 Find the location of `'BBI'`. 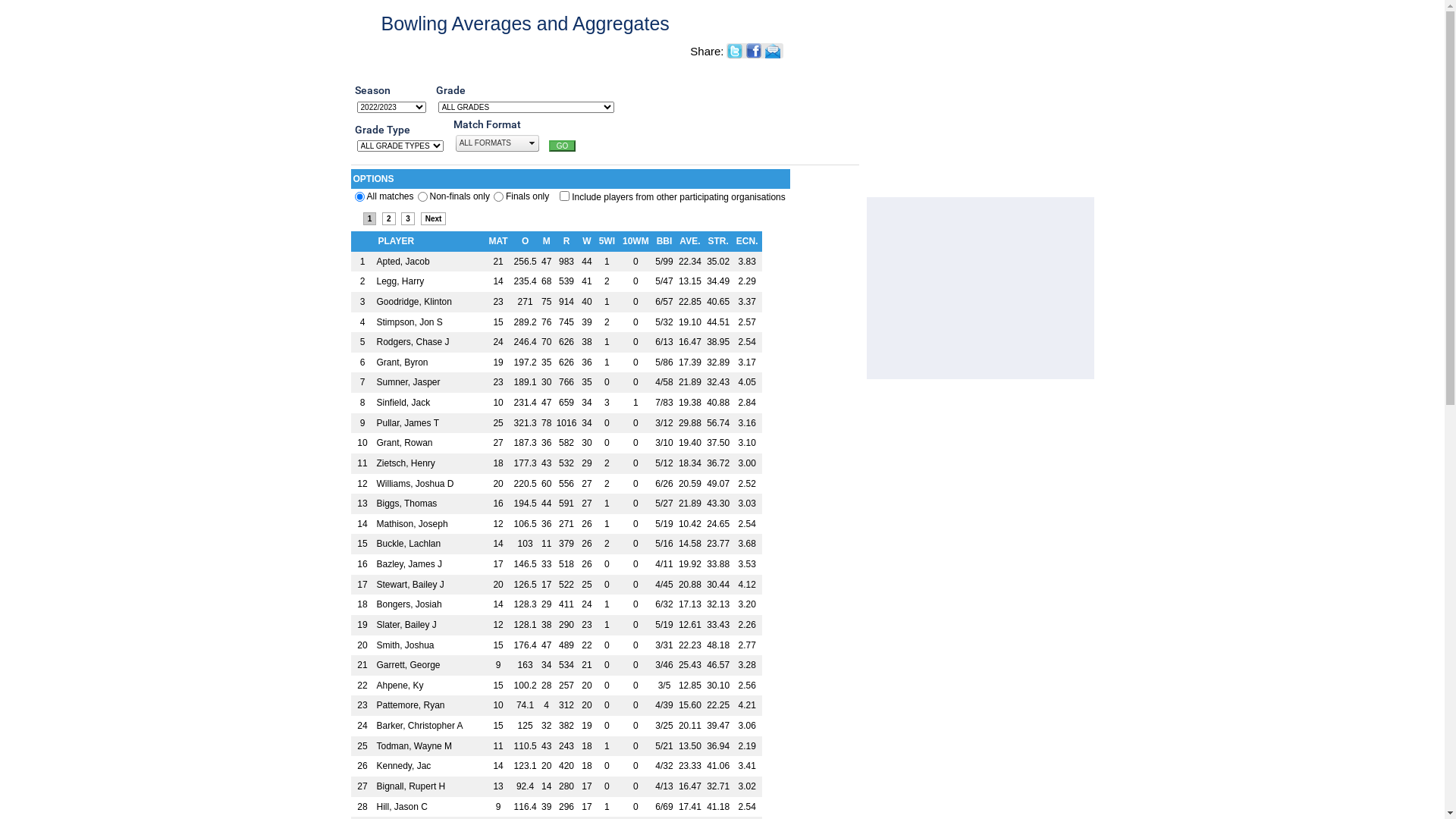

'BBI' is located at coordinates (664, 240).